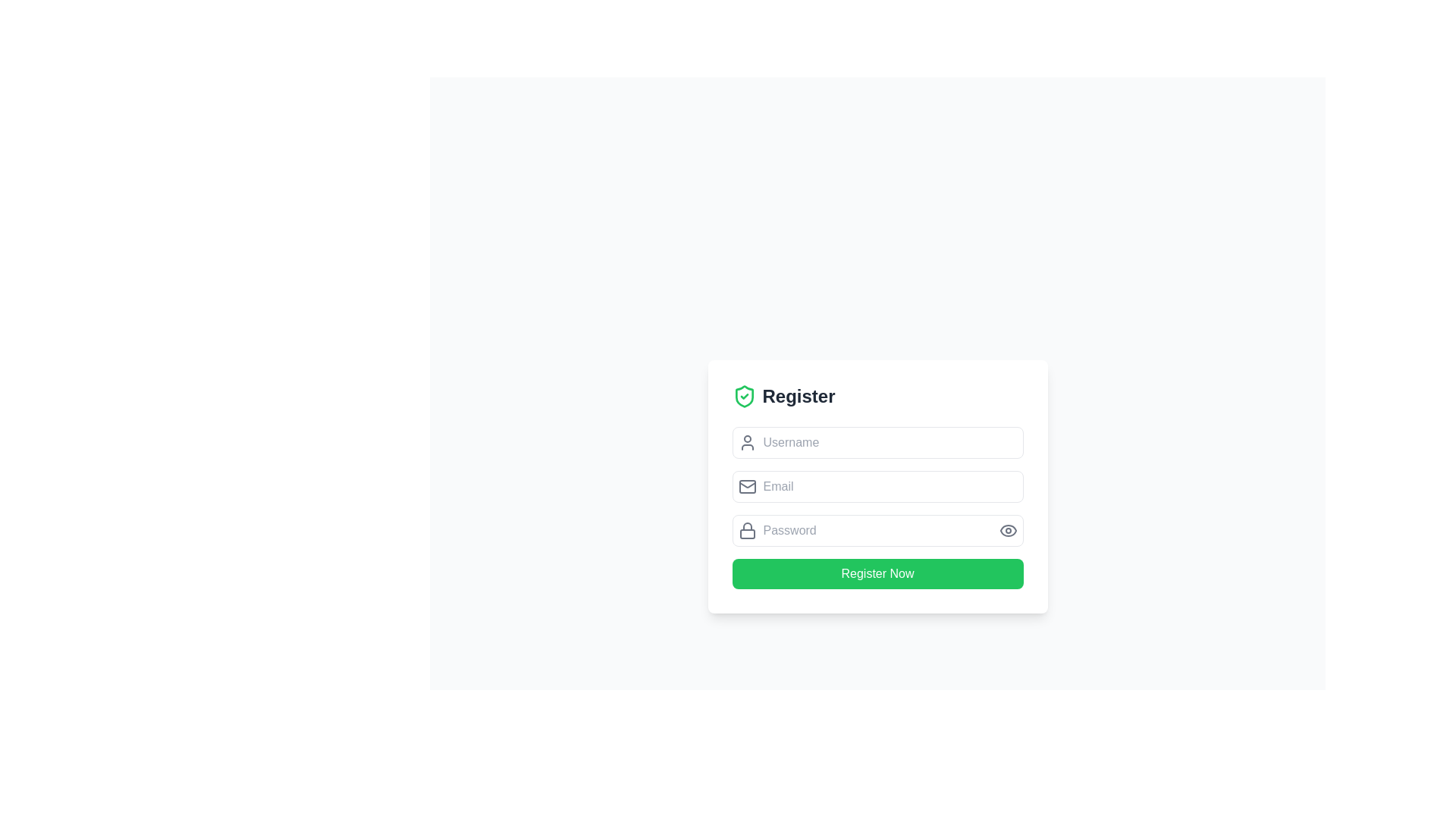 This screenshot has width=1456, height=819. Describe the element at coordinates (747, 486) in the screenshot. I see `the decorative icon representing the email field in the registration form, located to the left of the 'Email' text label` at that location.